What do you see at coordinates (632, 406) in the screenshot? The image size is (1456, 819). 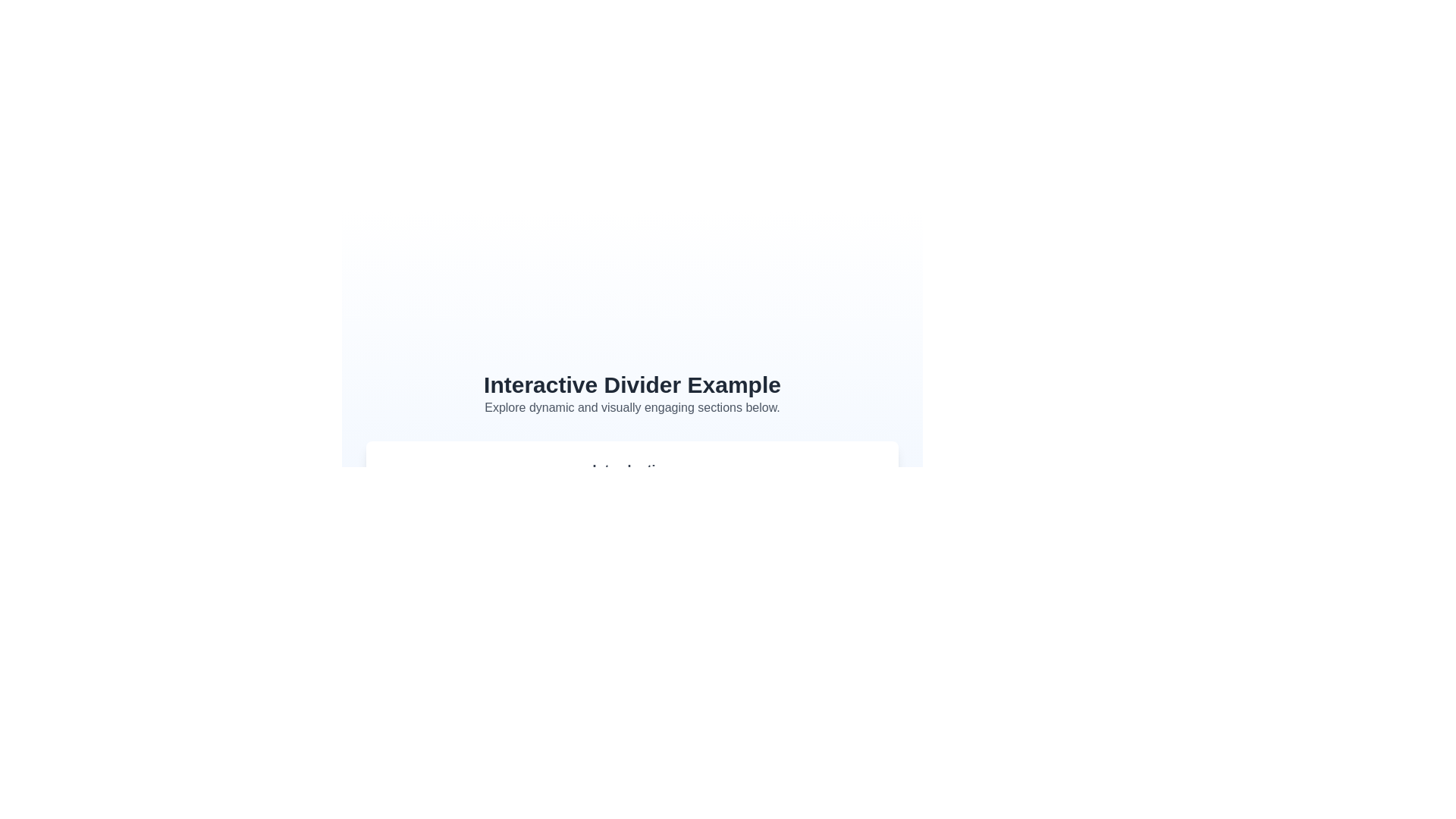 I see `the descriptive subtitle element located in the center area of the interface, which follows the text 'Interactive Divider Example'` at bounding box center [632, 406].